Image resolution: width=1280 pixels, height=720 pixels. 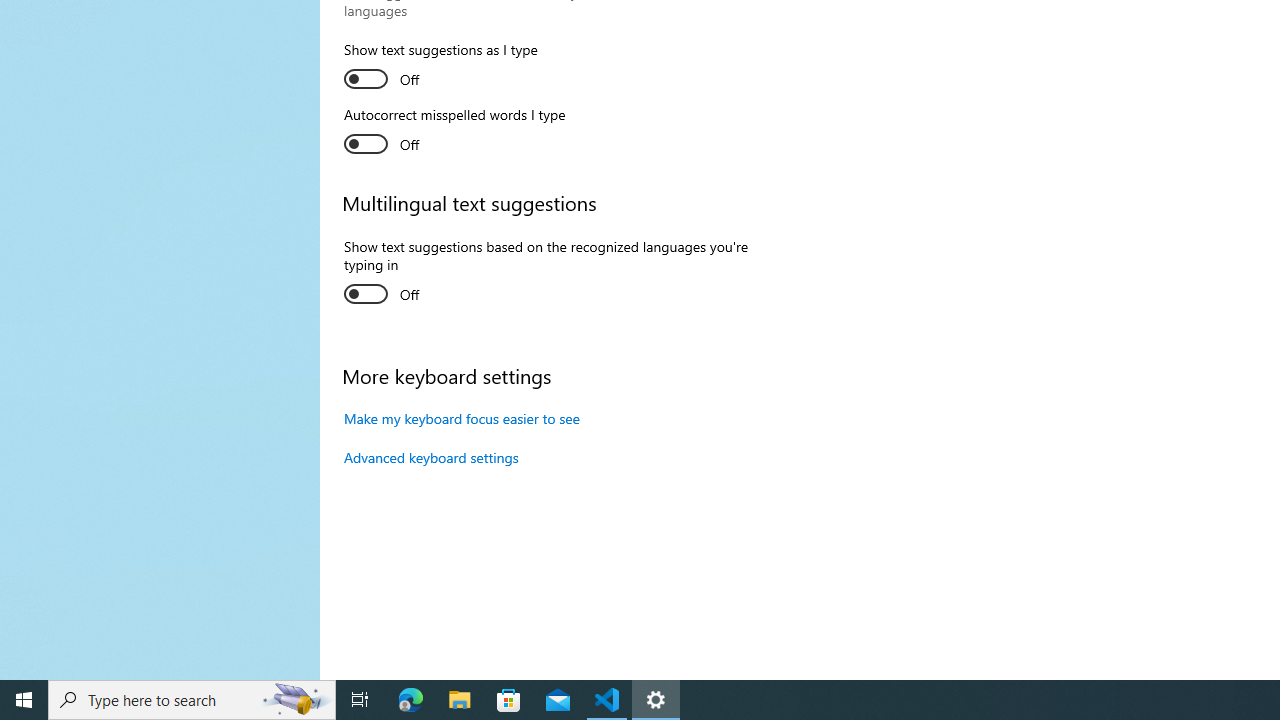 What do you see at coordinates (192, 698) in the screenshot?
I see `'Type here to search'` at bounding box center [192, 698].